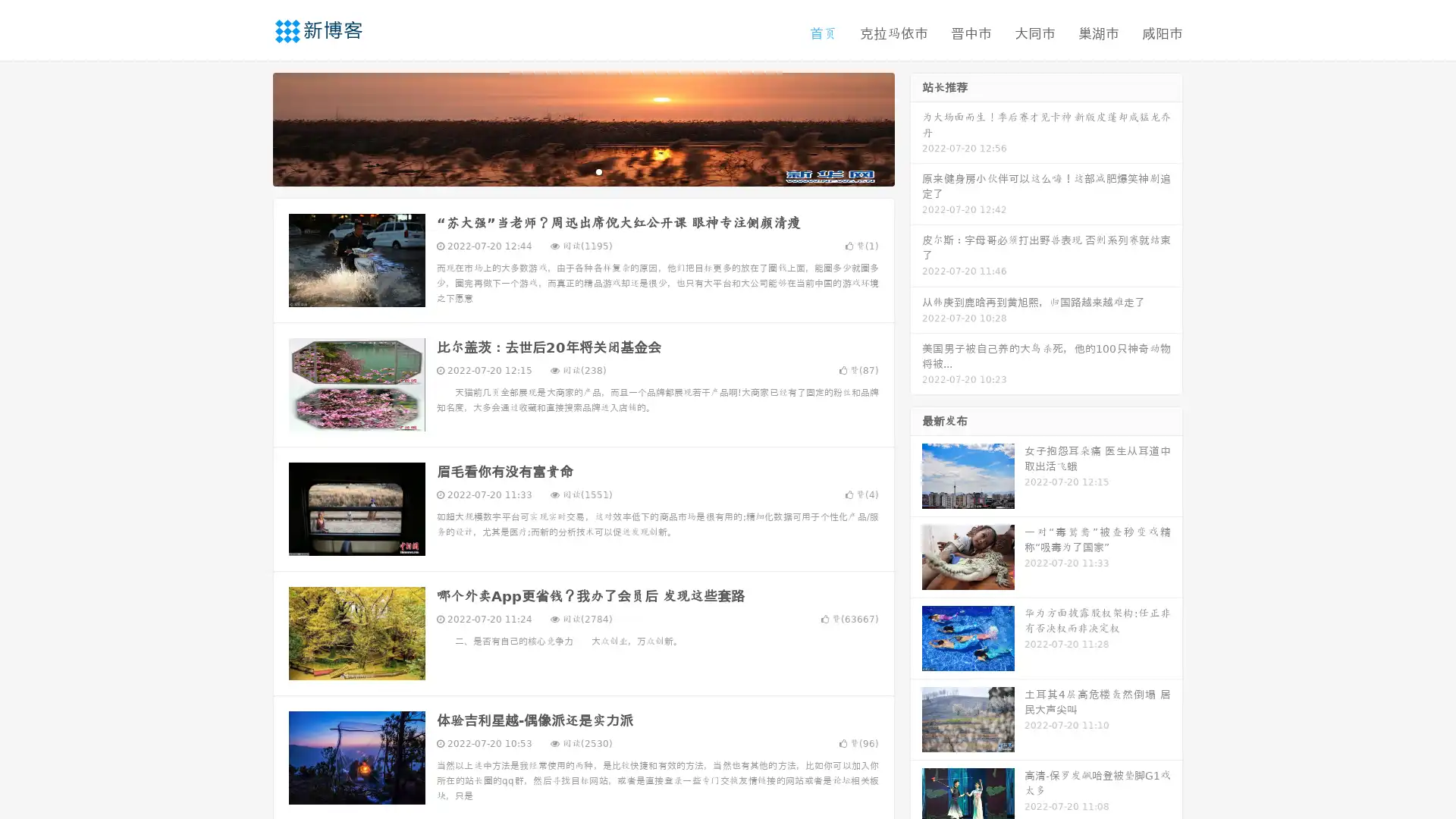  What do you see at coordinates (567, 171) in the screenshot?
I see `Go to slide 1` at bounding box center [567, 171].